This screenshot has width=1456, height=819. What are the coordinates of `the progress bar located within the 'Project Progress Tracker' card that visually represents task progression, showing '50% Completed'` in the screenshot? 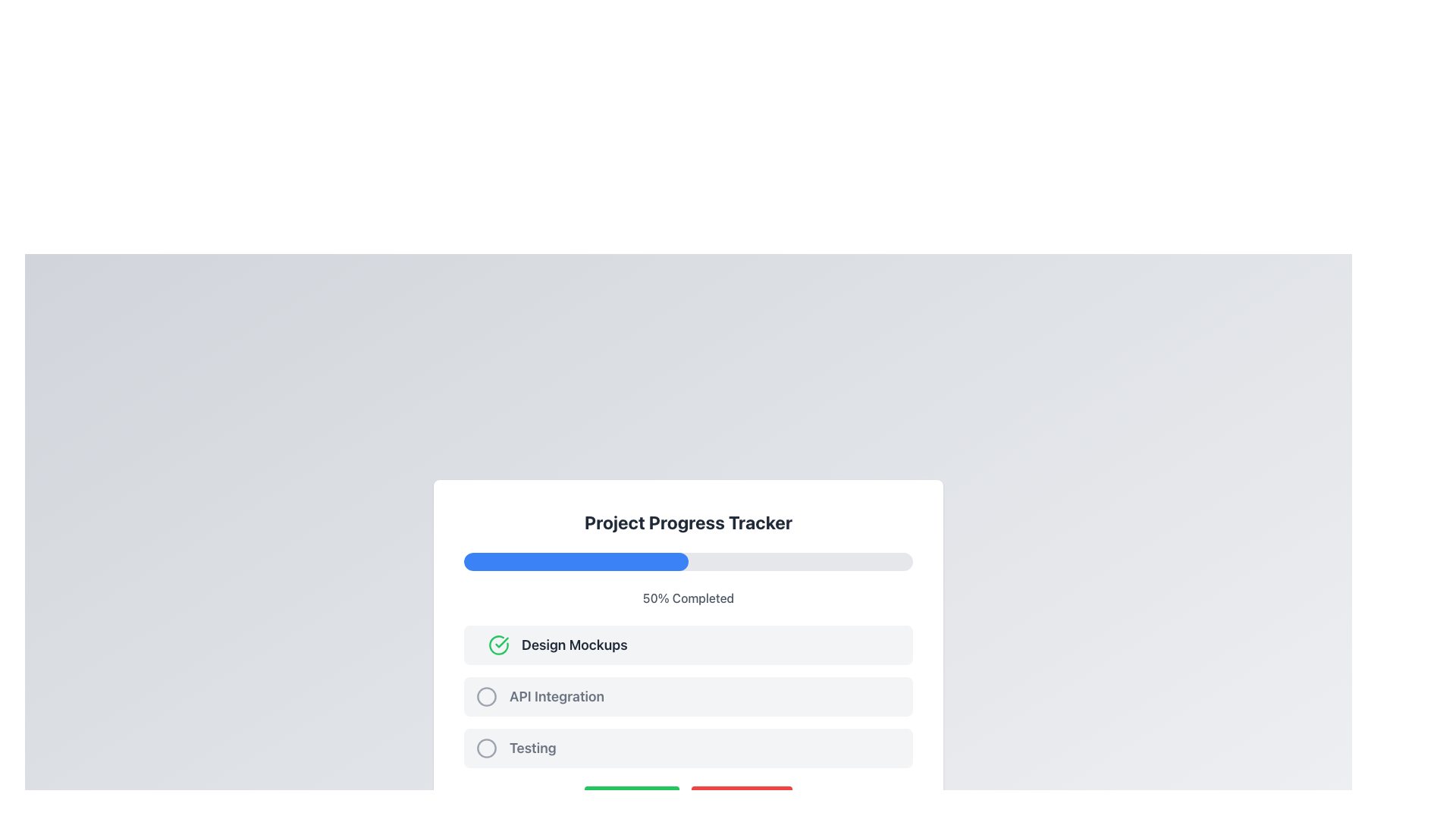 It's located at (687, 561).